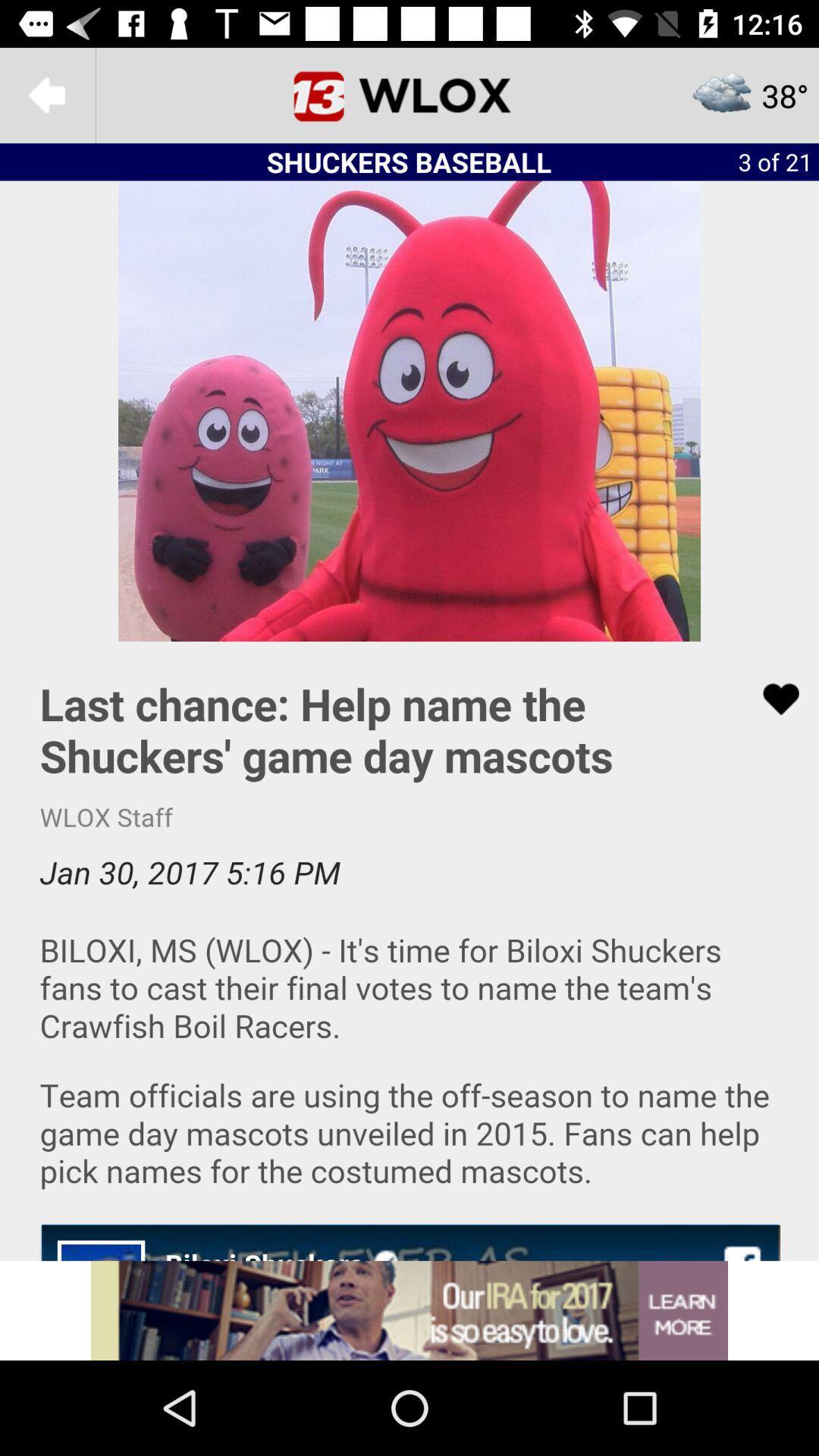  I want to click on the favorite icon, so click(771, 698).